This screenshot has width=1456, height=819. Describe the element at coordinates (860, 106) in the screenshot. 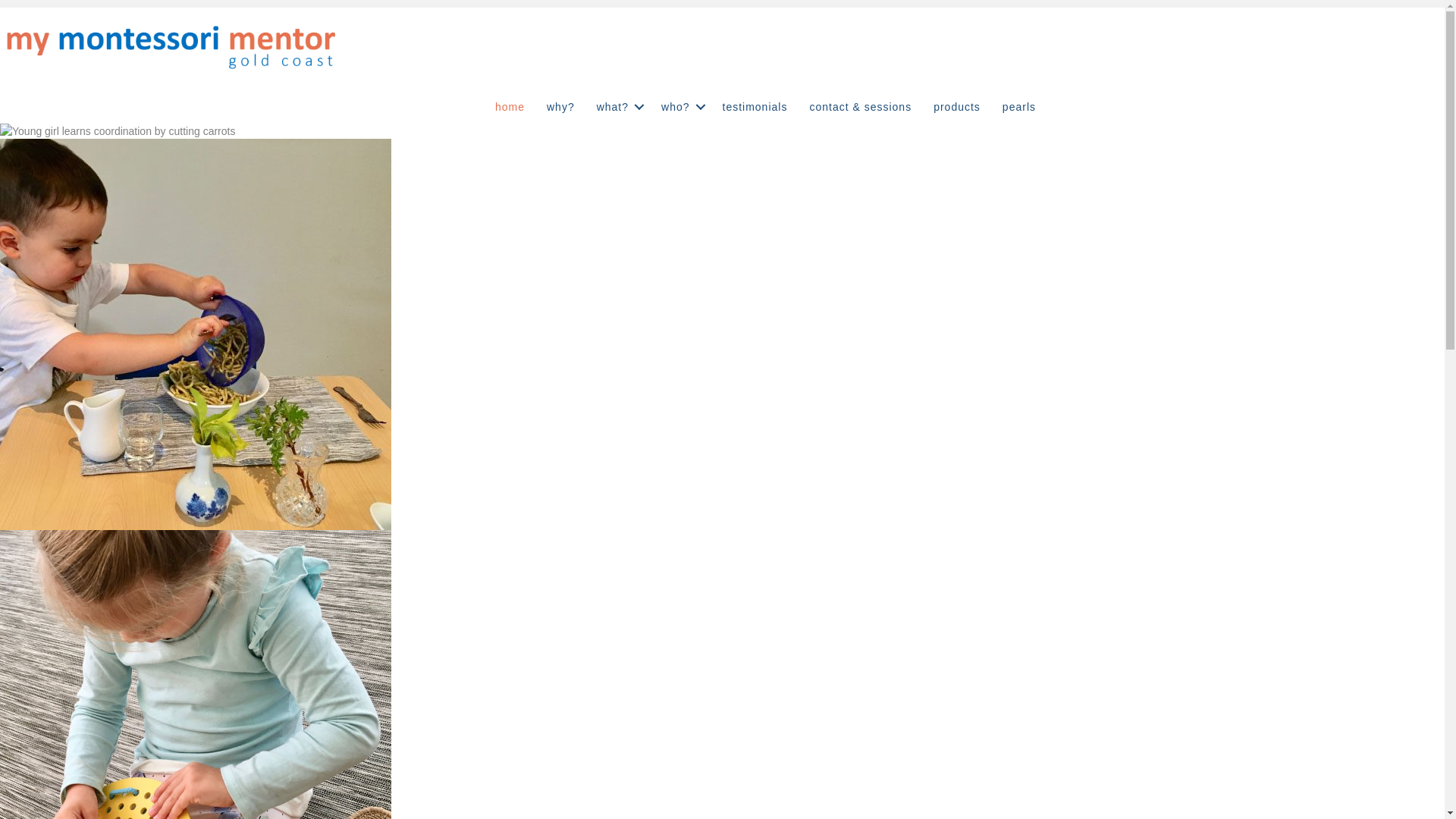

I see `'contact & sessions'` at that location.